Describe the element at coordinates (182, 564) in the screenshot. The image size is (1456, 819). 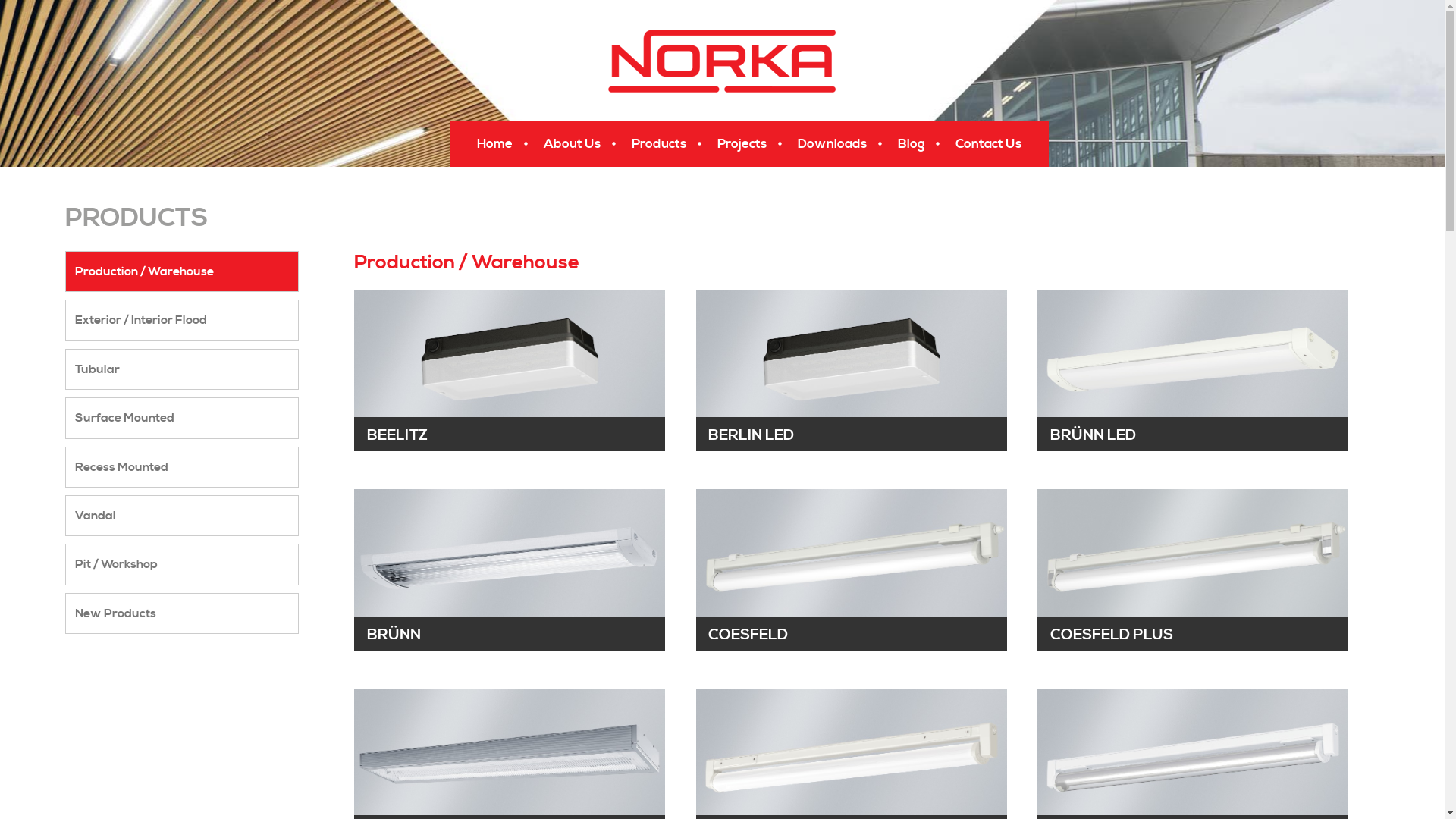
I see `'Pit / Workshop'` at that location.